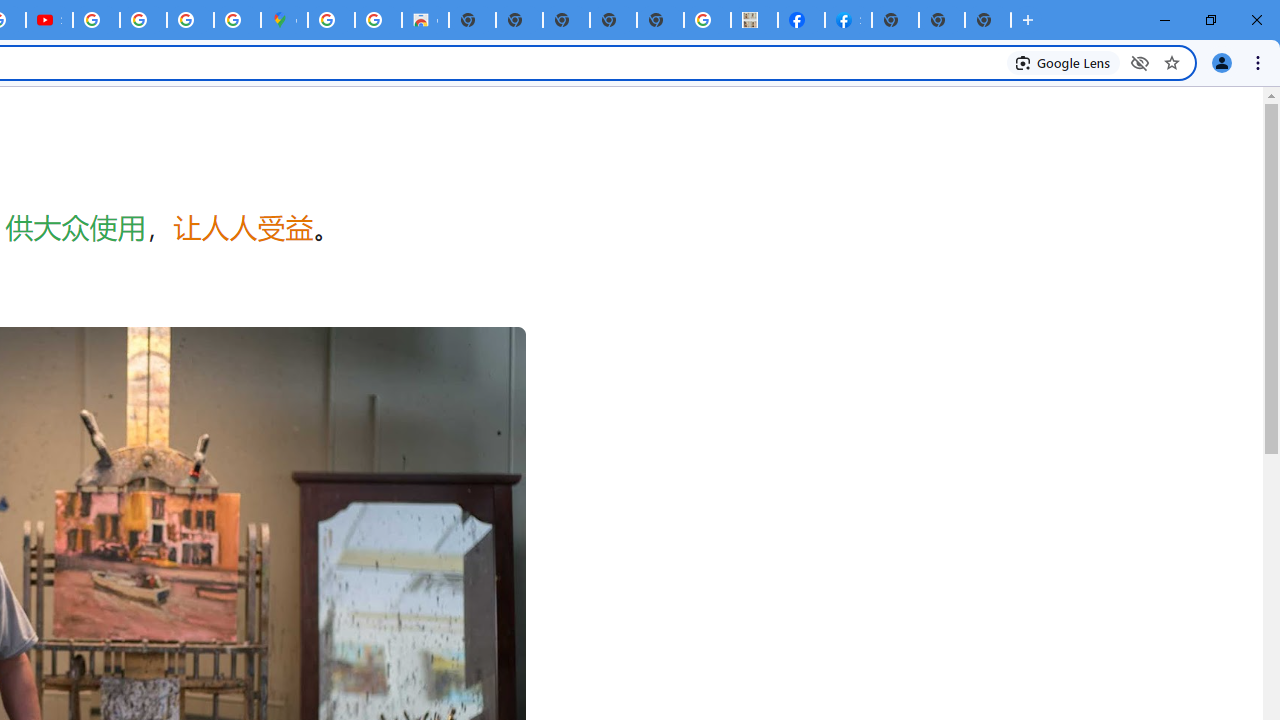 The image size is (1280, 720). I want to click on 'Sign Up for Facebook', so click(848, 20).